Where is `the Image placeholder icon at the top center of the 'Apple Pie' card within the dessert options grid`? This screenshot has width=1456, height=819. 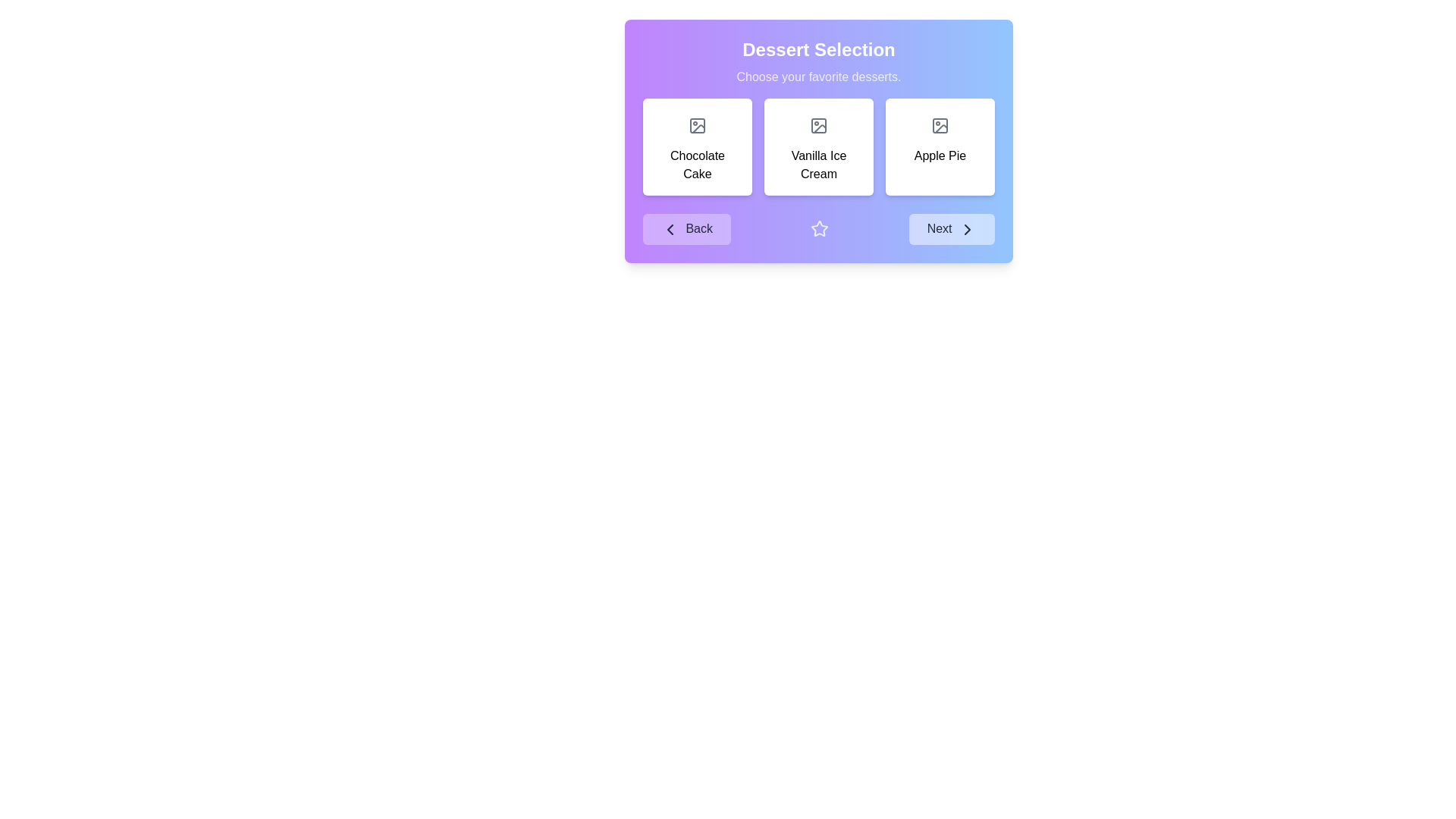 the Image placeholder icon at the top center of the 'Apple Pie' card within the dessert options grid is located at coordinates (939, 124).